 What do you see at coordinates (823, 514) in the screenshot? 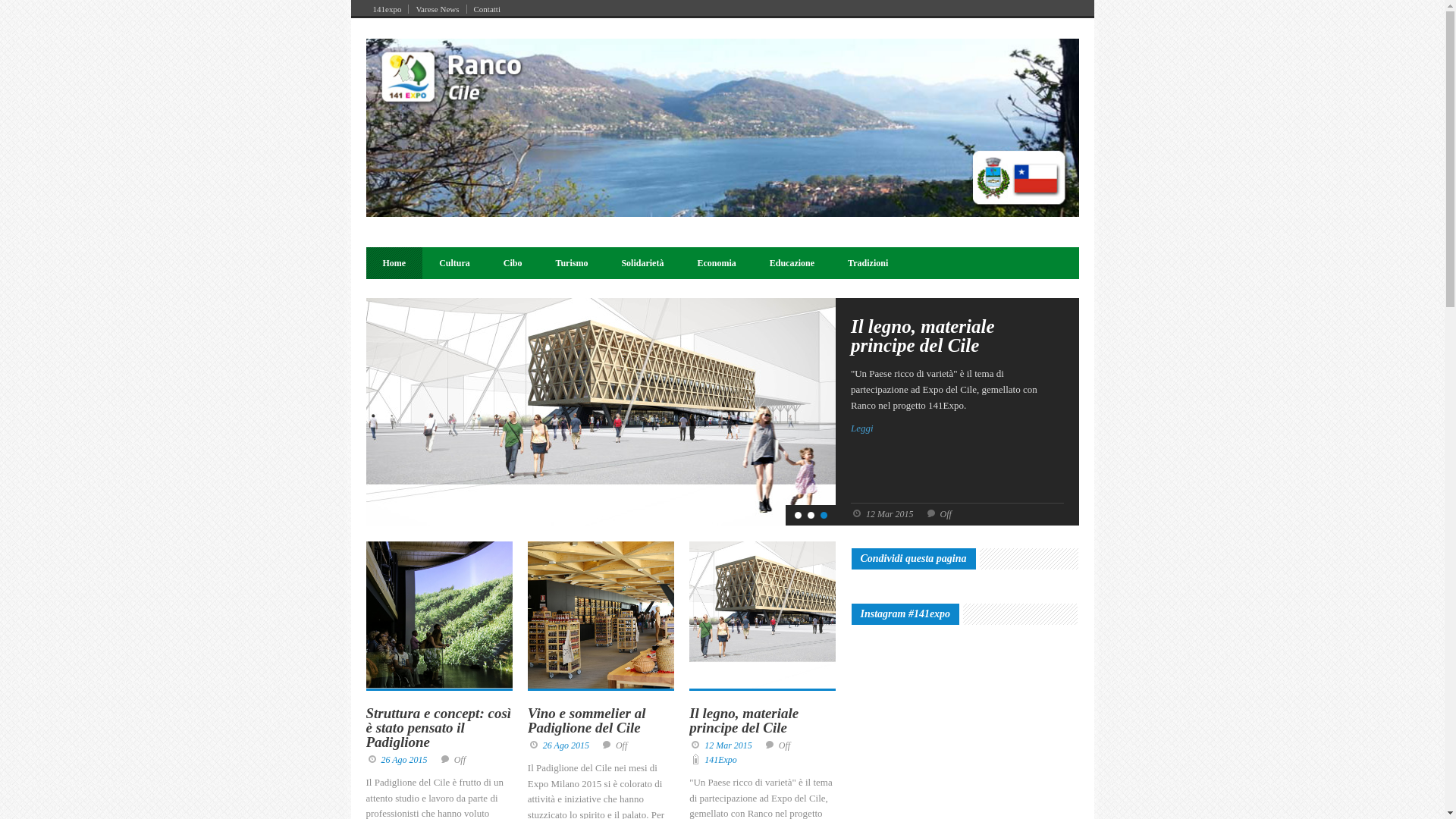
I see `'3'` at bounding box center [823, 514].